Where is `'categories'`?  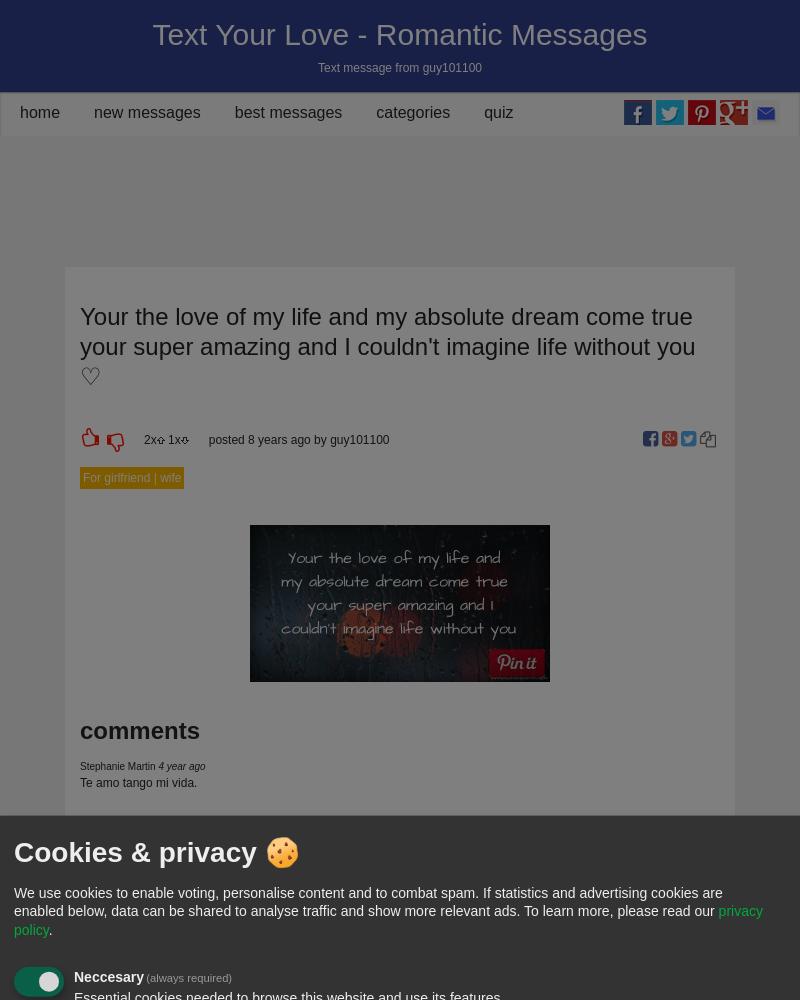 'categories' is located at coordinates (412, 111).